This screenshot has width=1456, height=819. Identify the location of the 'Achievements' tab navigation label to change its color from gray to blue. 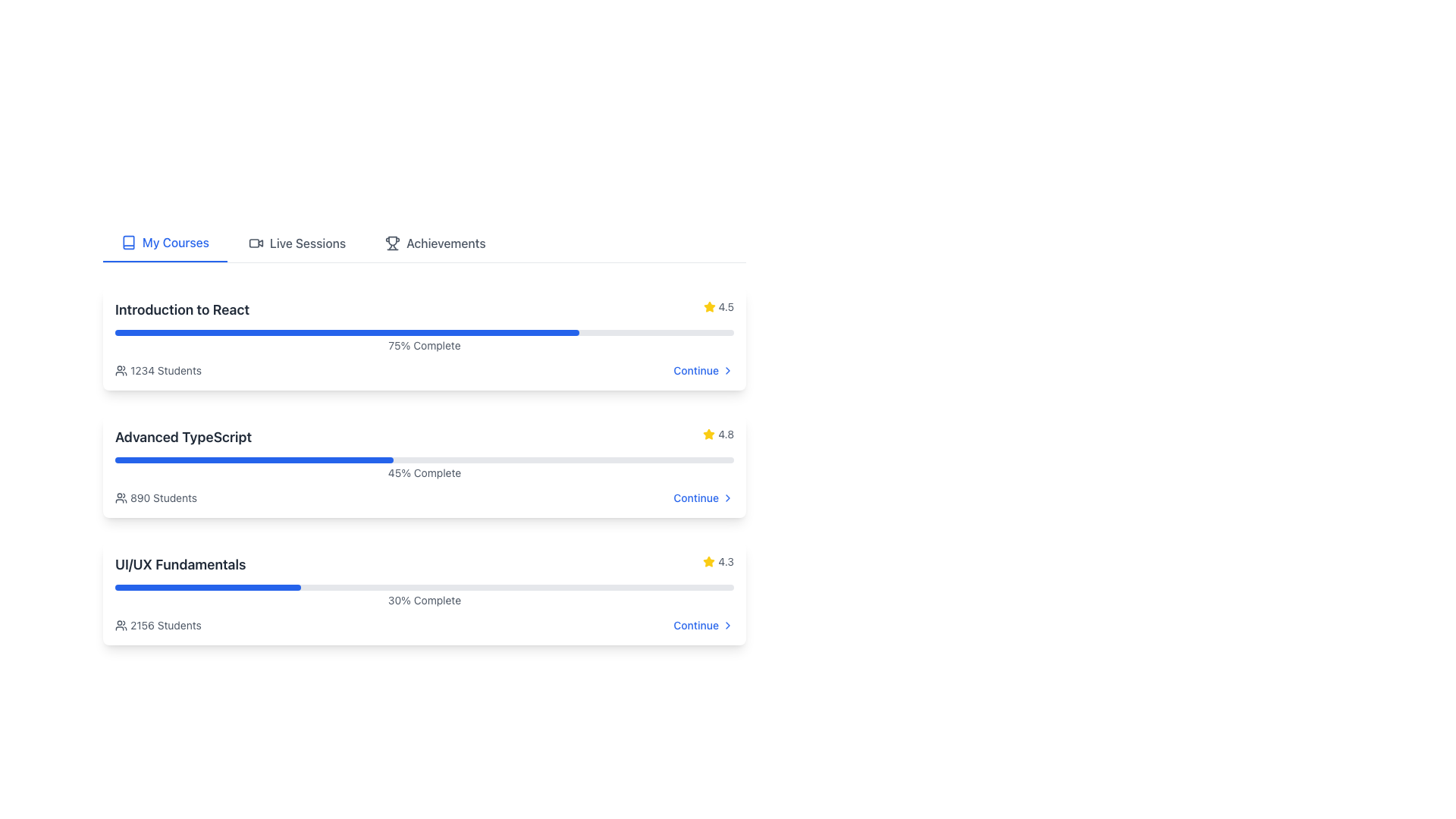
(425, 243).